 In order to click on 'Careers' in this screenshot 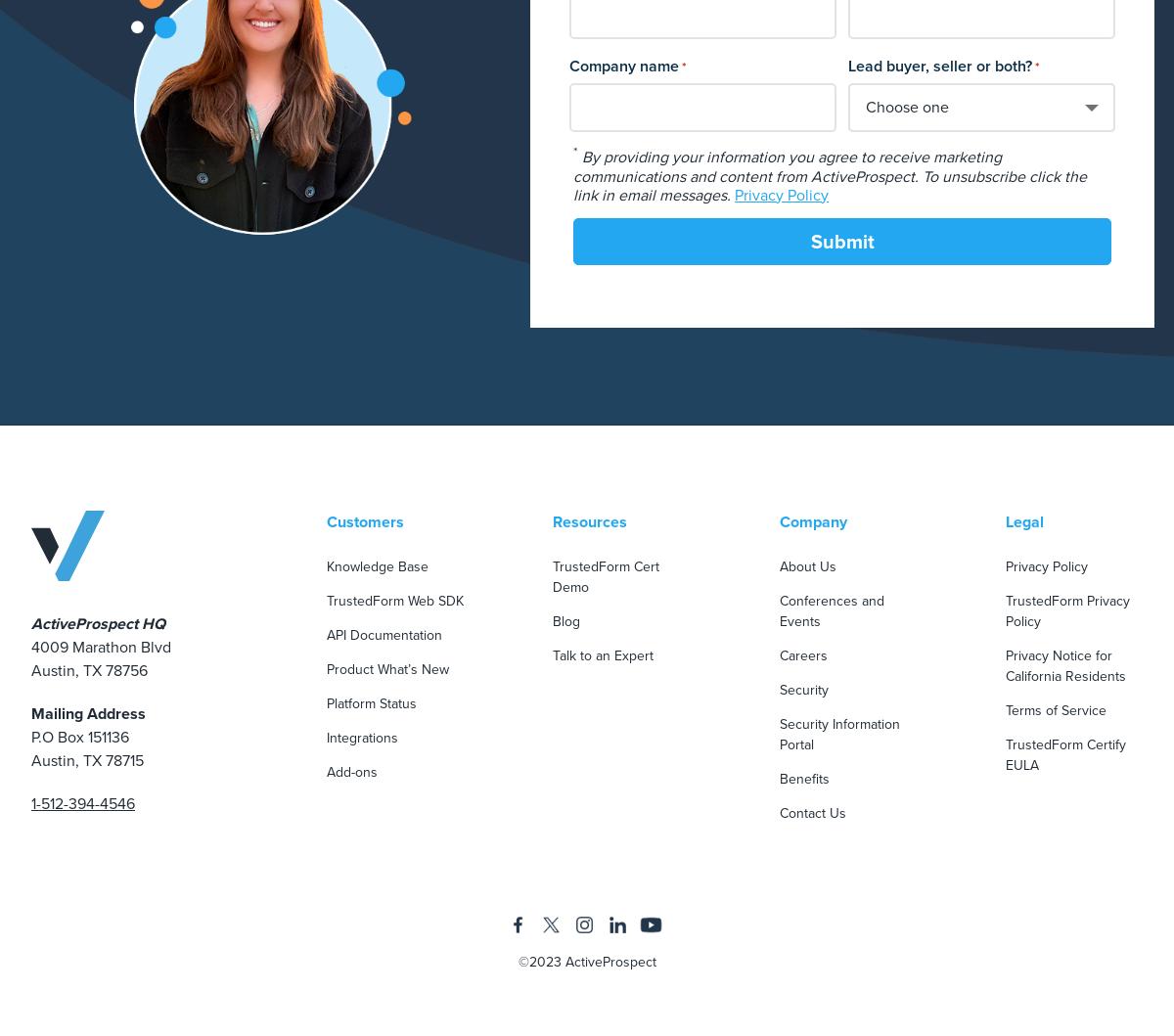, I will do `click(801, 653)`.